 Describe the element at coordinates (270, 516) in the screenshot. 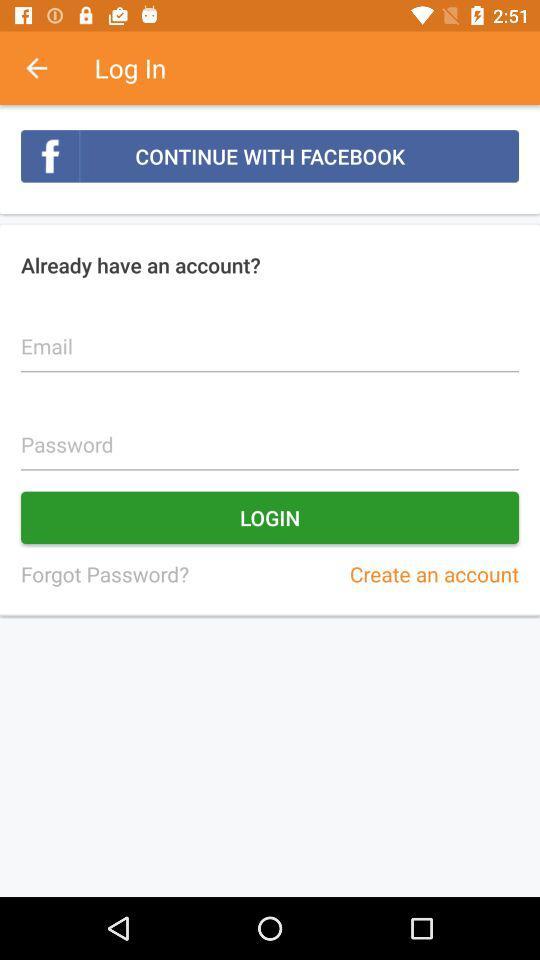

I see `login icon` at that location.